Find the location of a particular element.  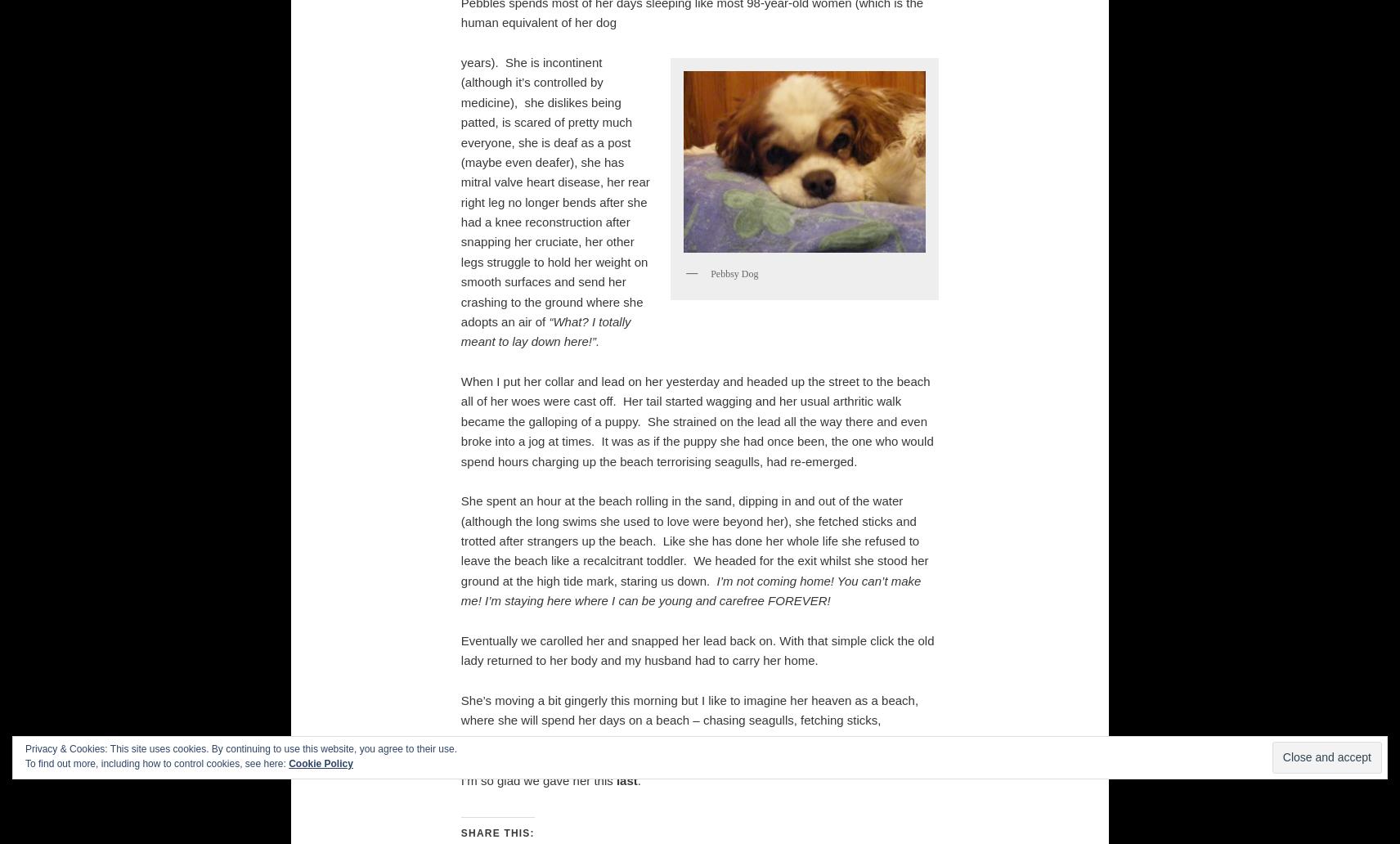

'last' is located at coordinates (626, 779).